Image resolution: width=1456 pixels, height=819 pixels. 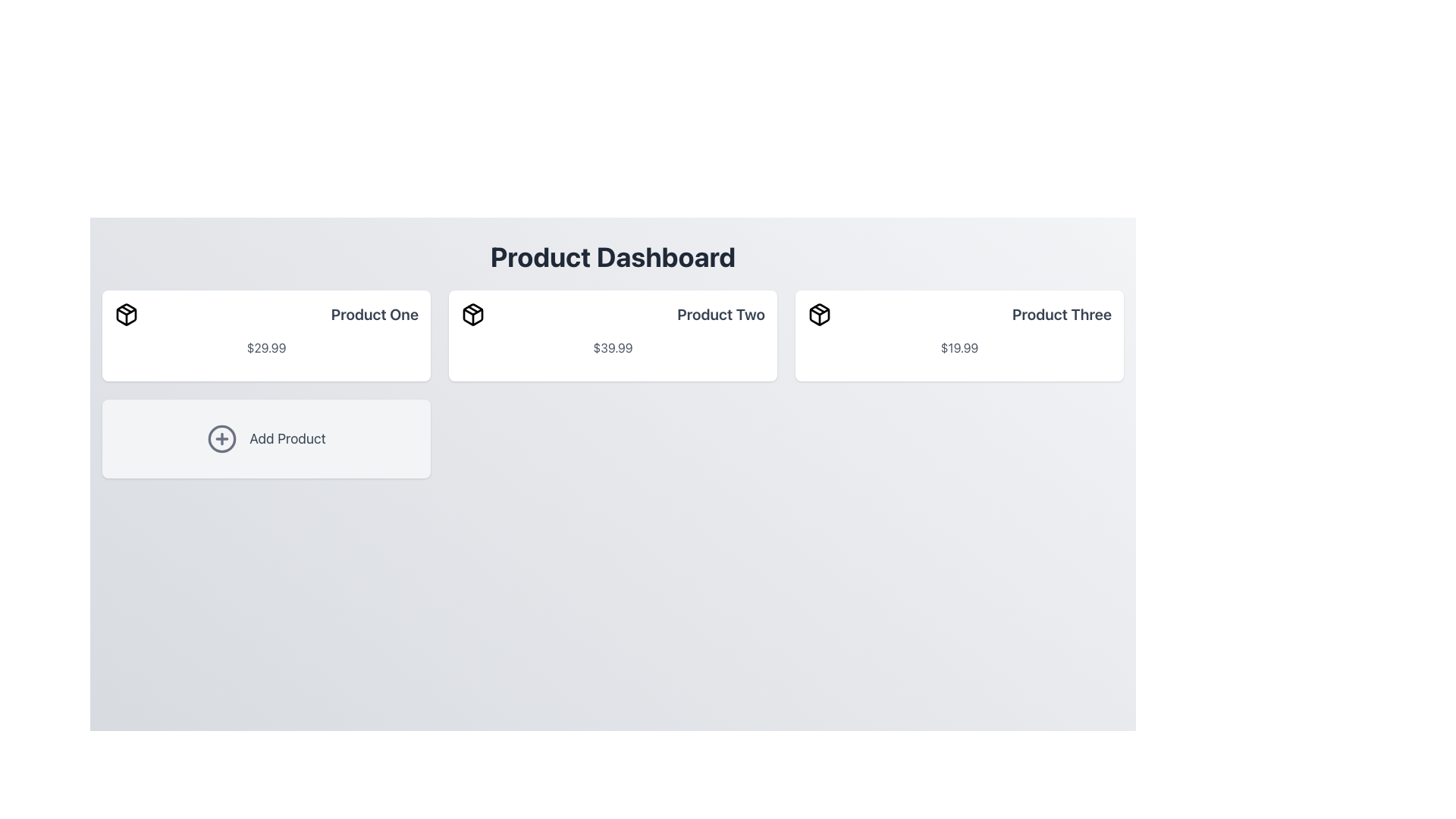 I want to click on the static text header element located at the top center of the interface, which indicates the main purpose or content of the page, so click(x=613, y=256).